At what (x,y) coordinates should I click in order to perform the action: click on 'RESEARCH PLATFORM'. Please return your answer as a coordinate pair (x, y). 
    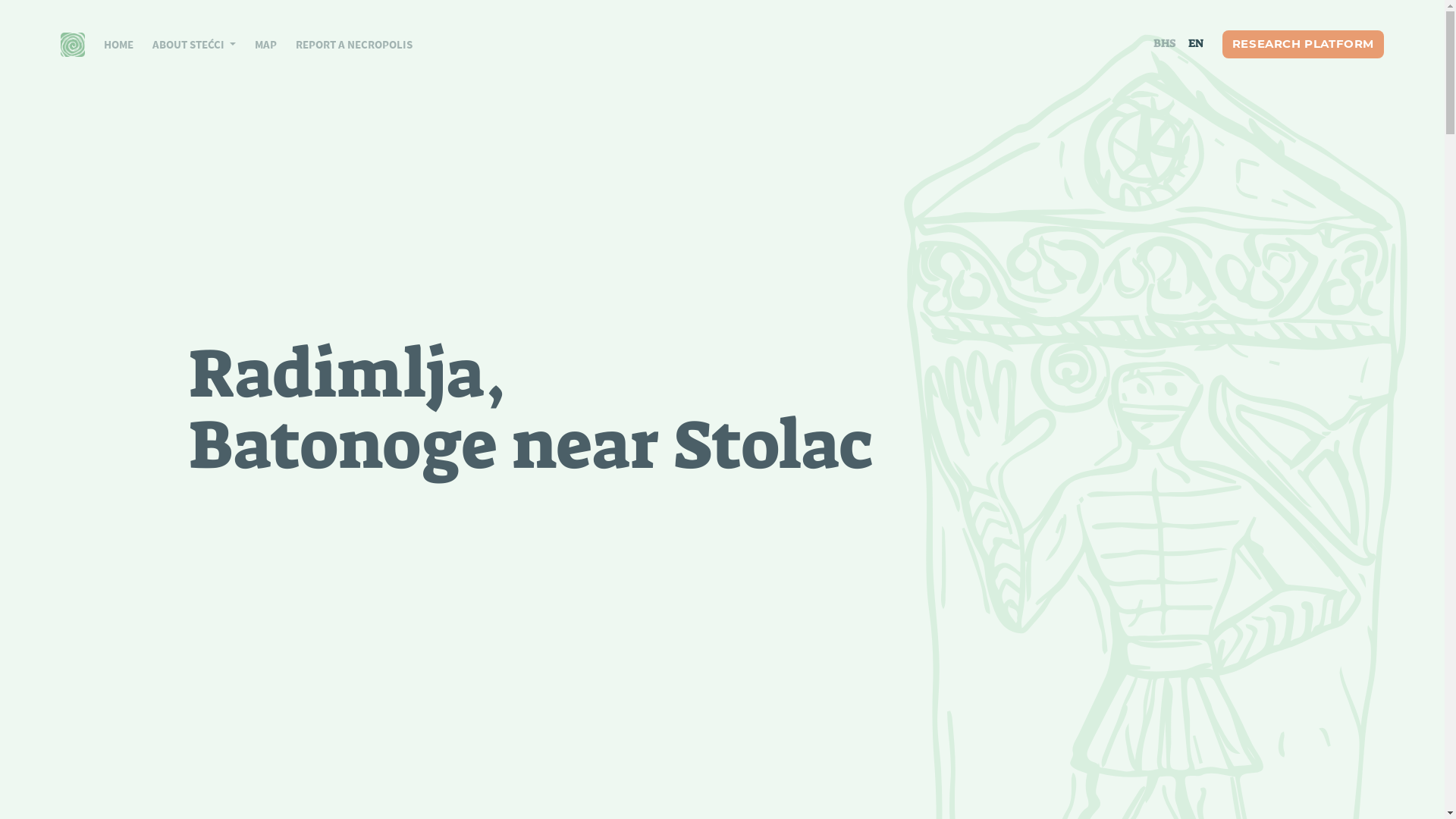
    Looking at the image, I should click on (1302, 43).